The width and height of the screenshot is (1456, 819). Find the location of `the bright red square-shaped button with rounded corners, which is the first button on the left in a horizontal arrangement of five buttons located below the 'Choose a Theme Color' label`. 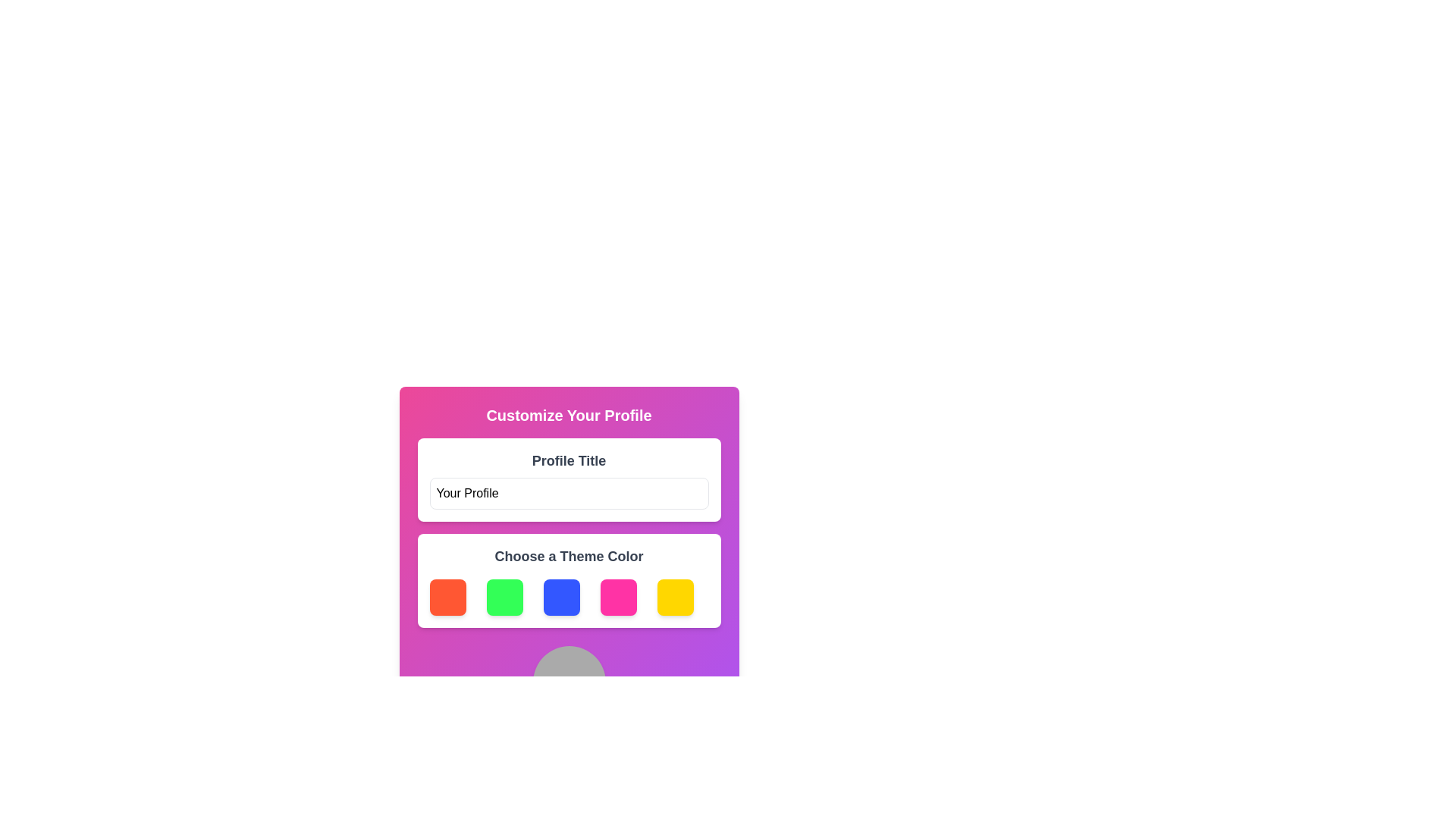

the bright red square-shaped button with rounded corners, which is the first button on the left in a horizontal arrangement of five buttons located below the 'Choose a Theme Color' label is located at coordinates (447, 596).